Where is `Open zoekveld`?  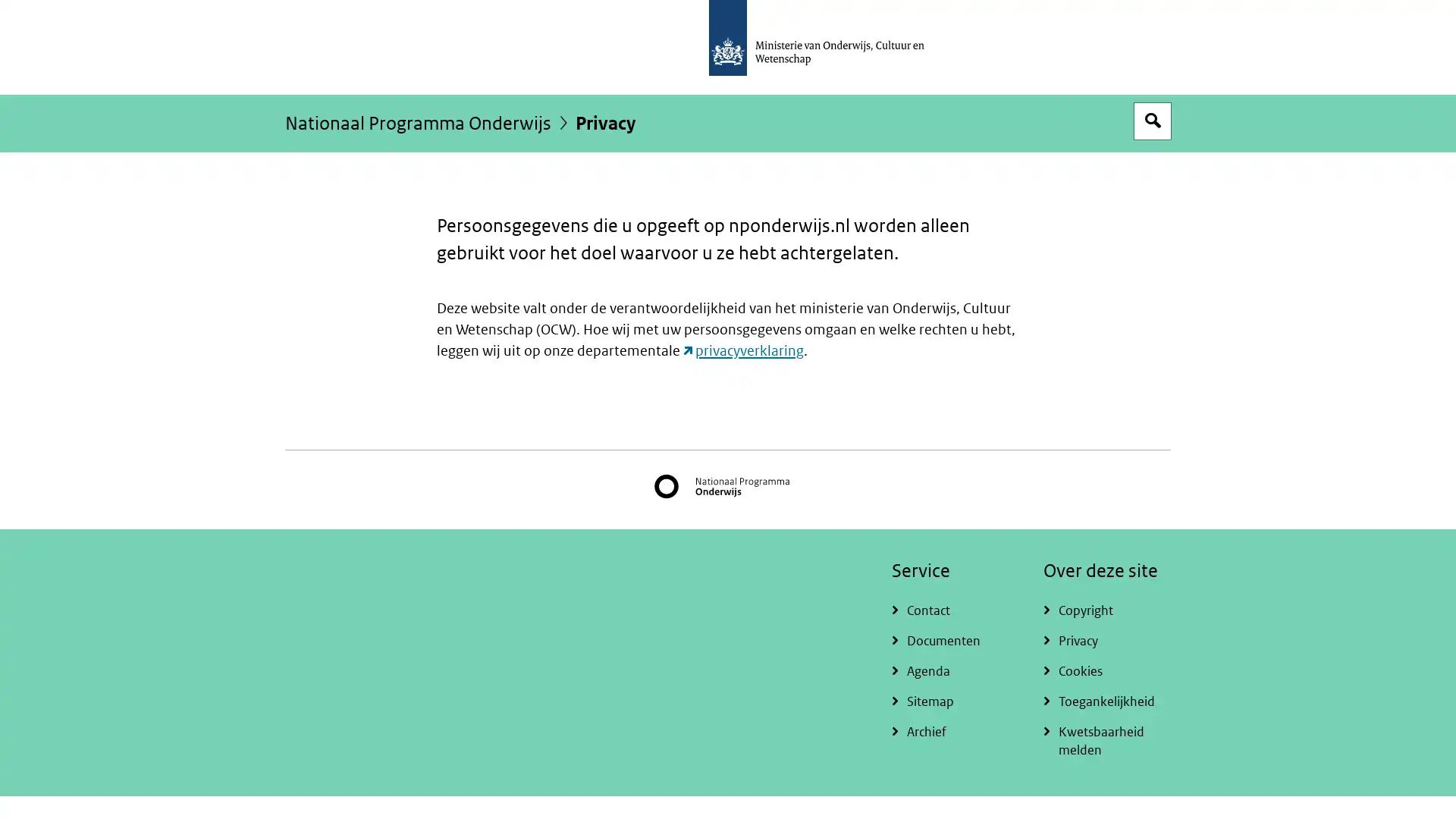
Open zoekveld is located at coordinates (1153, 120).